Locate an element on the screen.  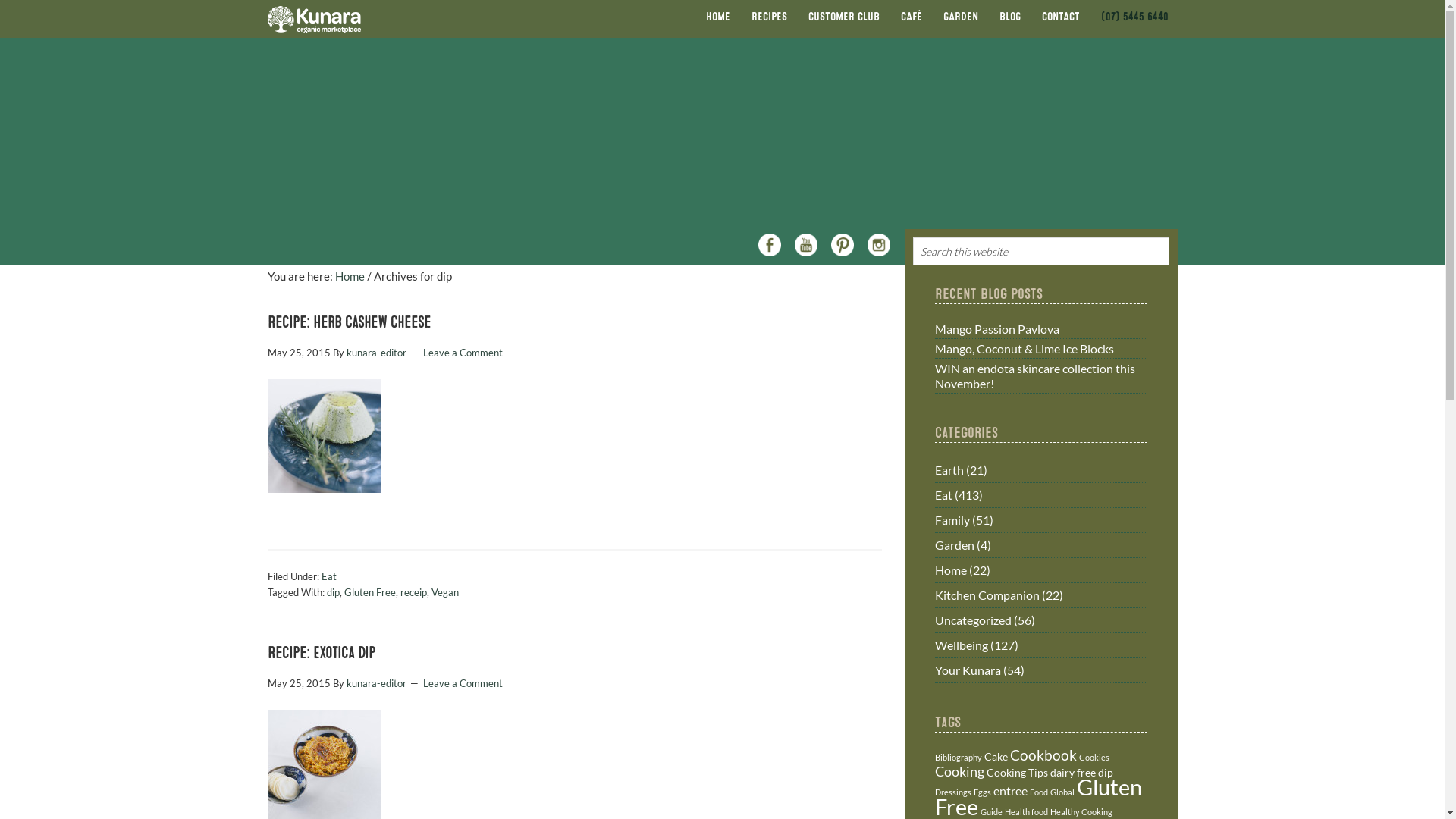
'RECIPES' is located at coordinates (768, 17).